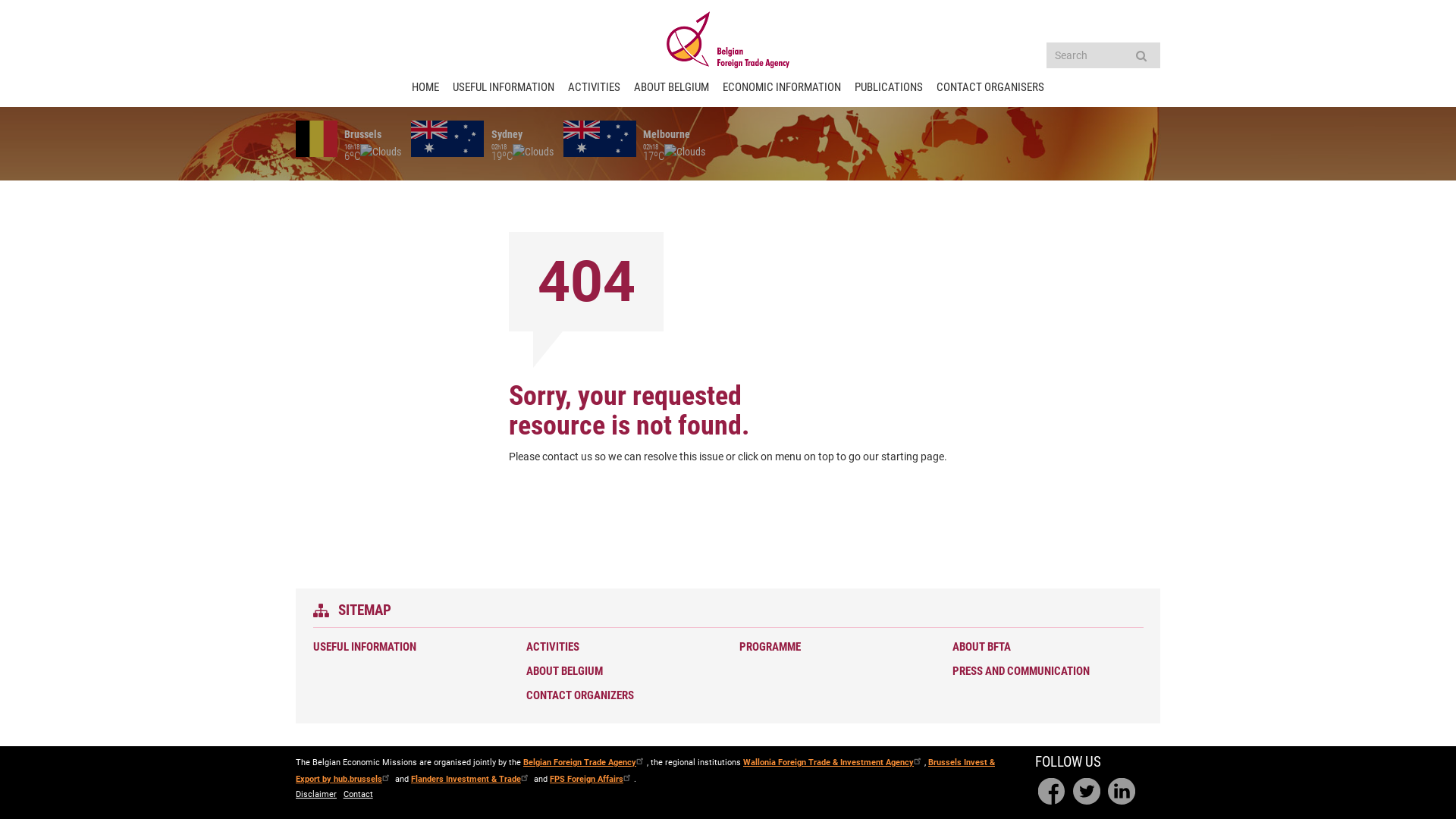  I want to click on 'CONTACT ORGANISERS', so click(990, 87).